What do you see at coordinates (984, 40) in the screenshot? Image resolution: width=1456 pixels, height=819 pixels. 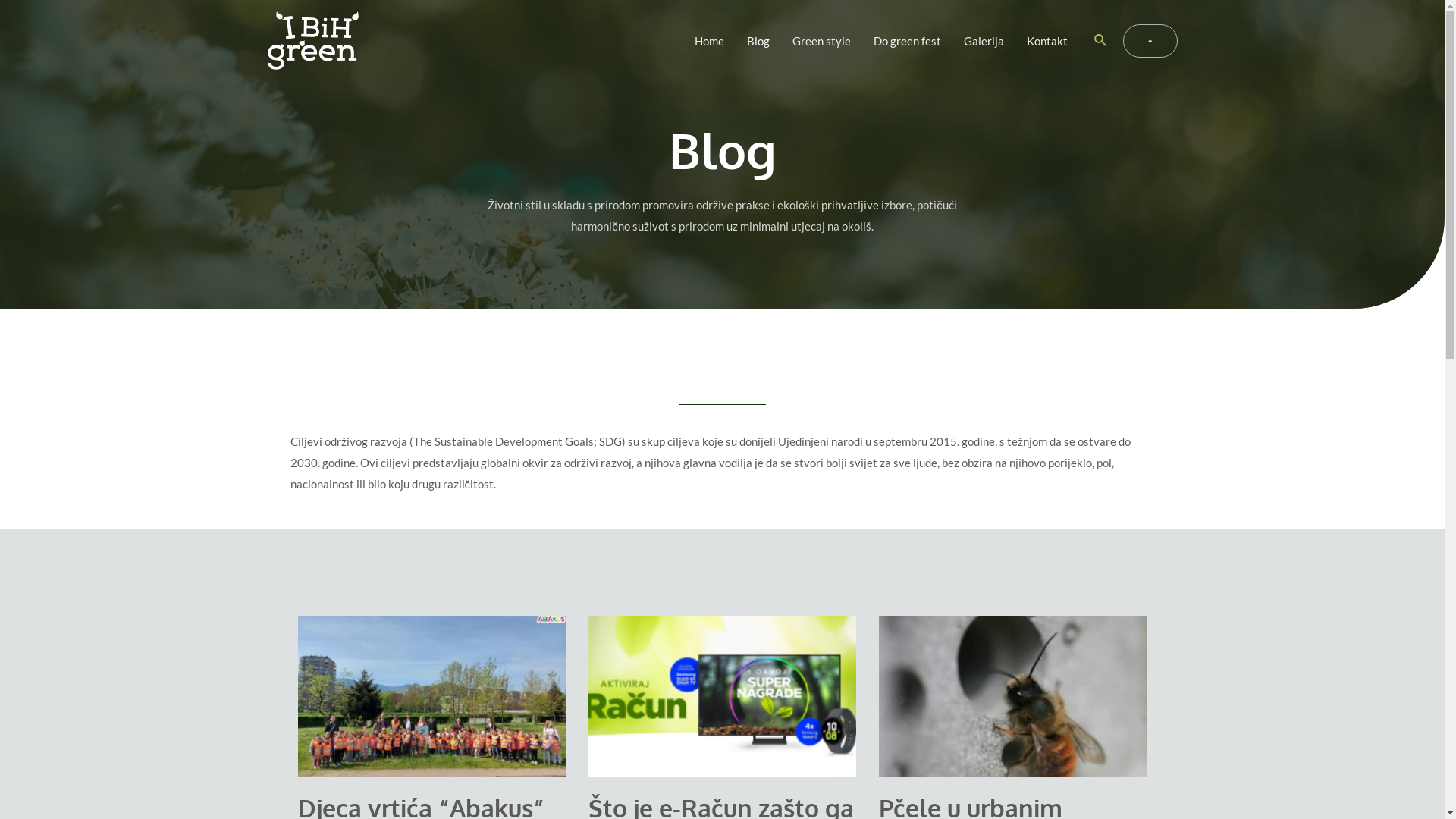 I see `'Galerija'` at bounding box center [984, 40].